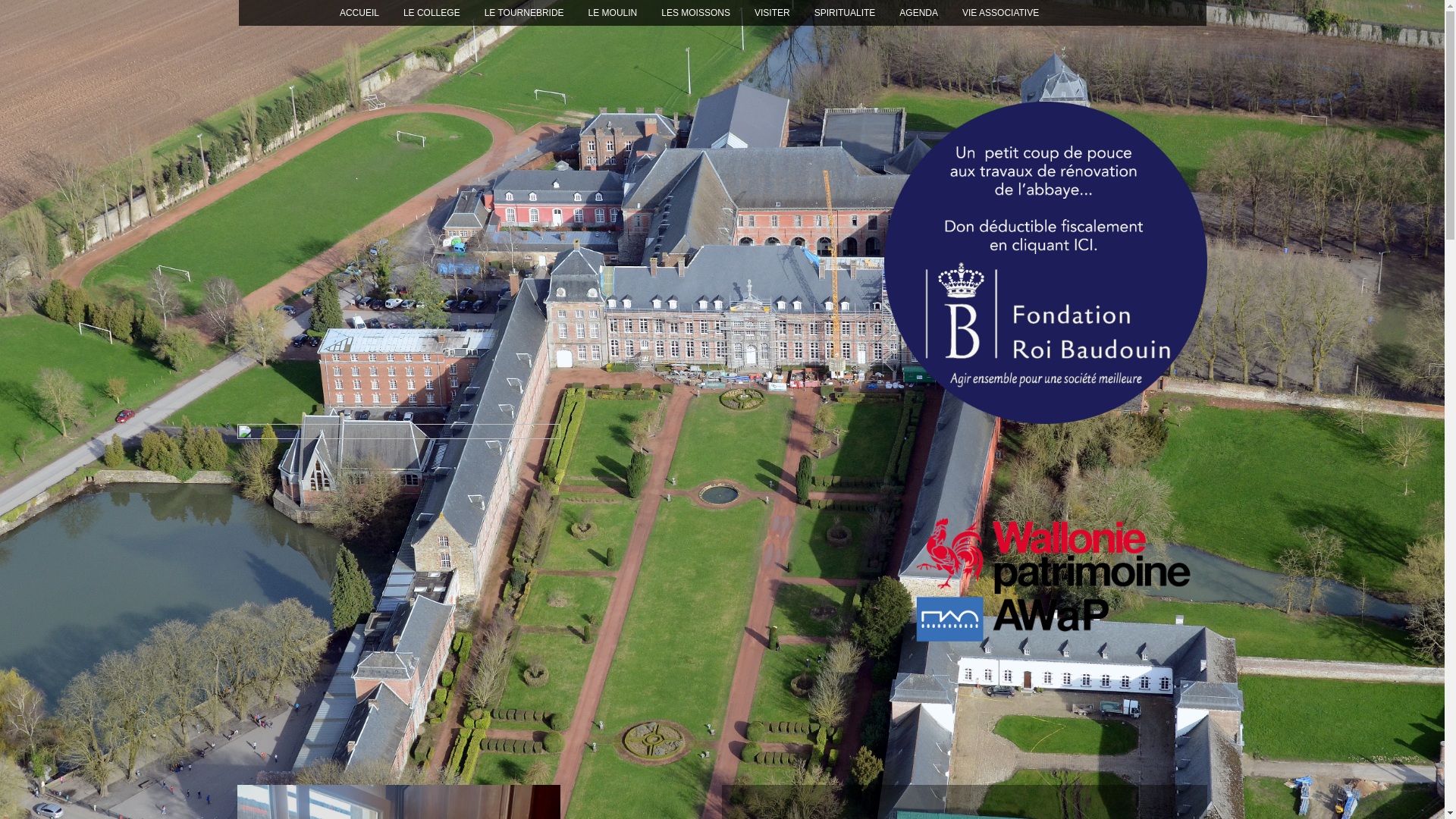 This screenshot has width=1456, height=819. I want to click on 'LE TOURNEBRIDE', so click(524, 12).